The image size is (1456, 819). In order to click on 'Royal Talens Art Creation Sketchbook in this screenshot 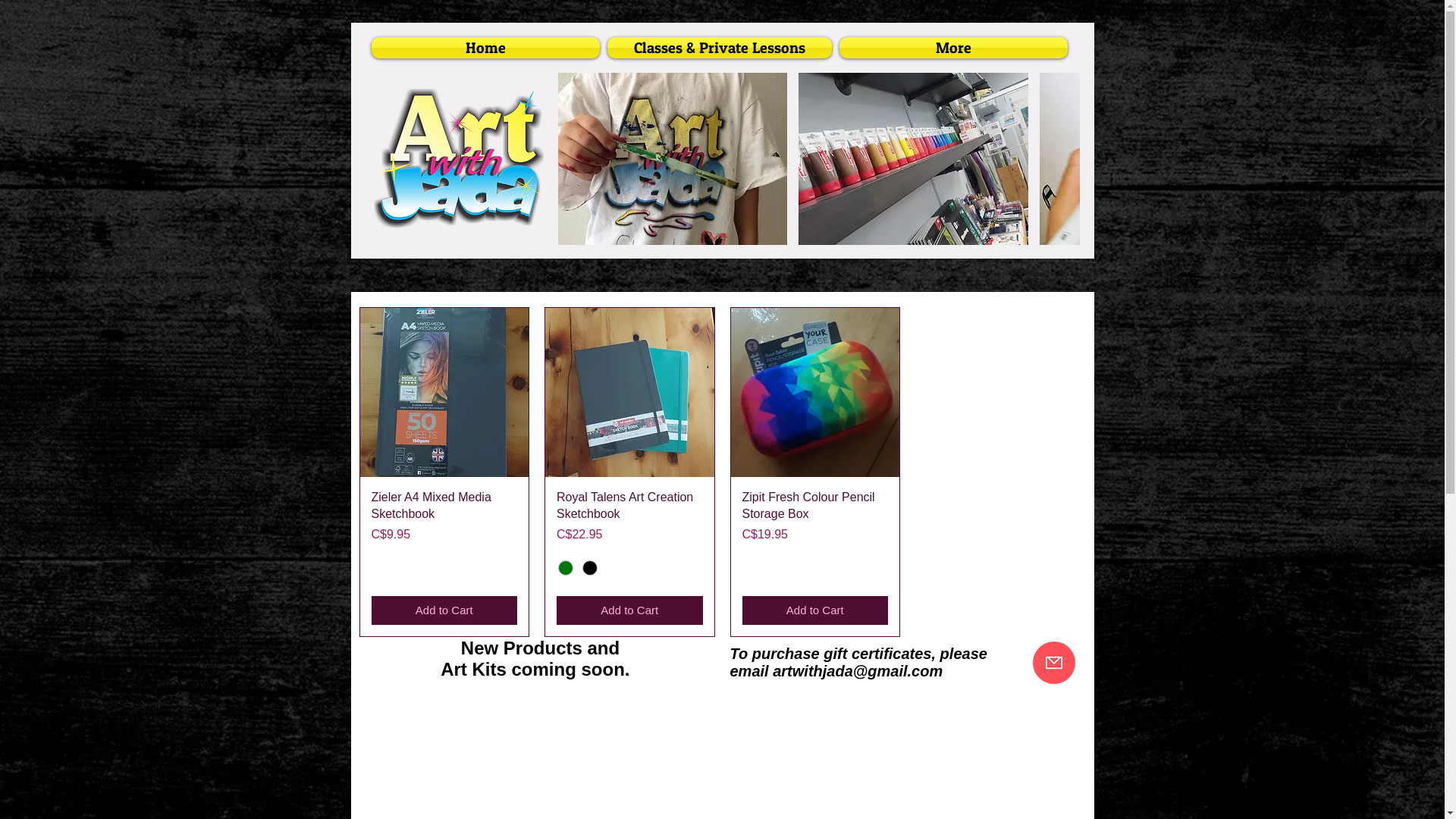, I will do `click(629, 515)`.